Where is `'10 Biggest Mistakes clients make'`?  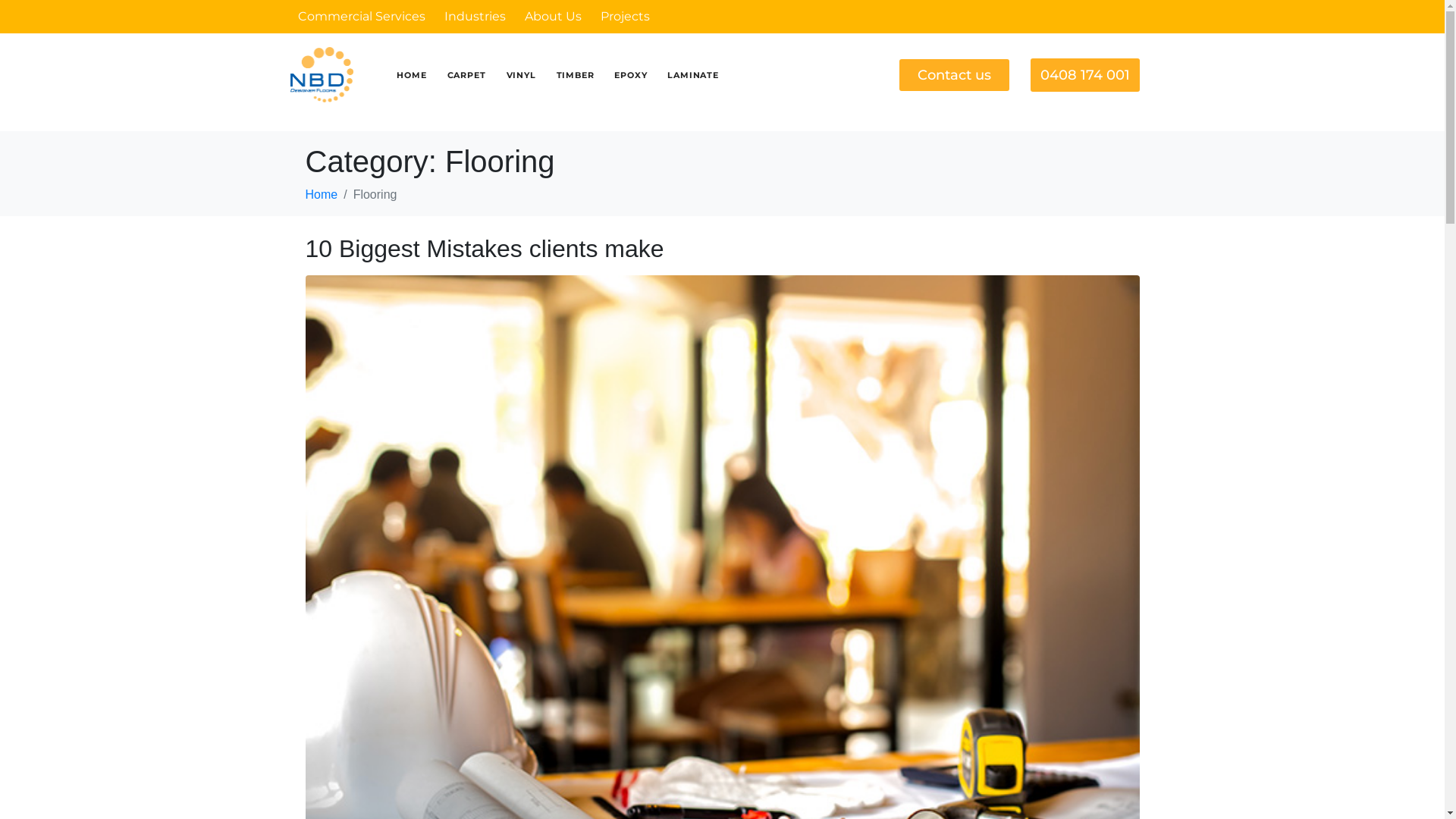 '10 Biggest Mistakes clients make' is located at coordinates (720, 645).